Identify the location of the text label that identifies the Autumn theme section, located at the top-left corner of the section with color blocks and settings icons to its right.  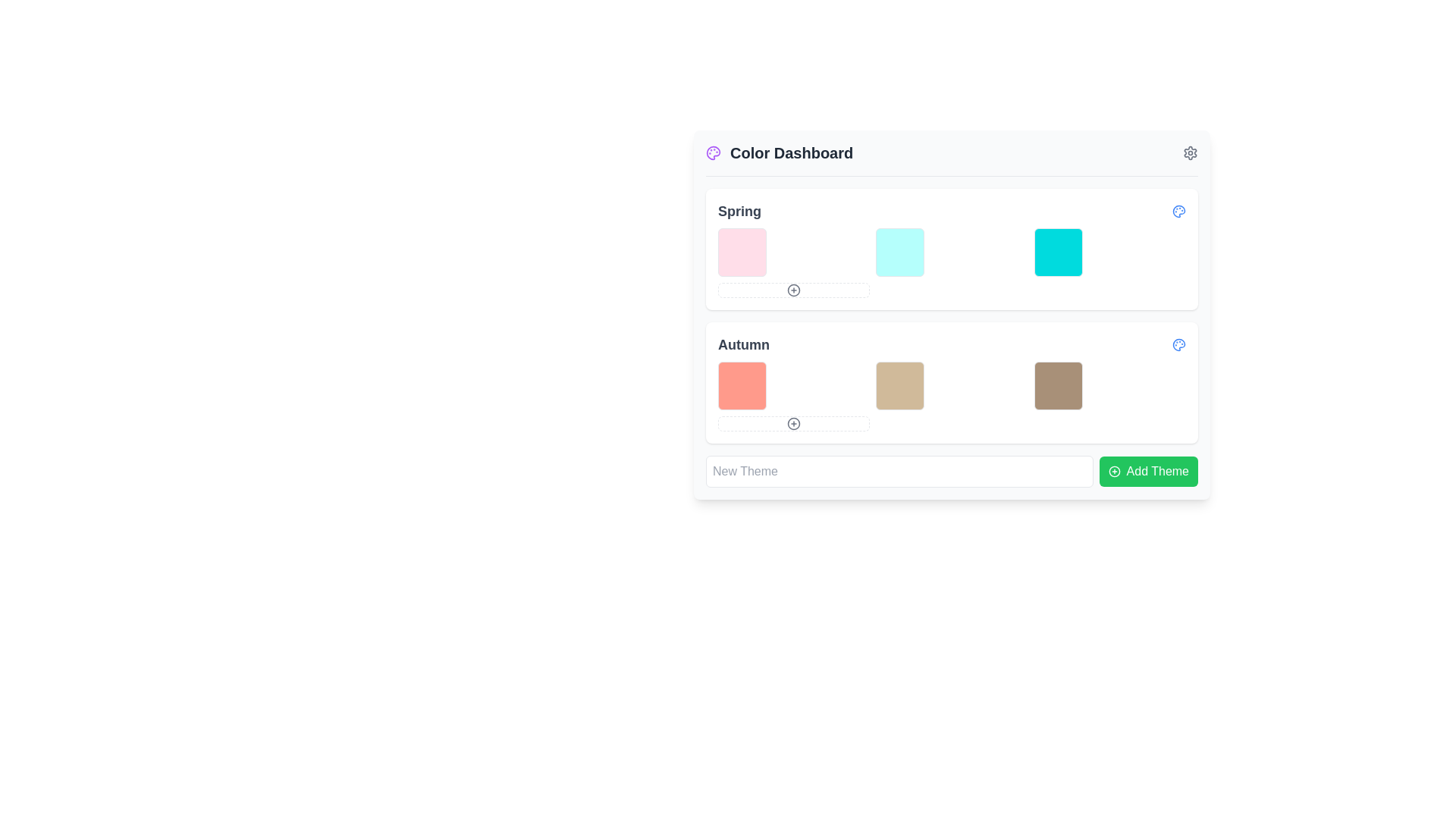
(743, 345).